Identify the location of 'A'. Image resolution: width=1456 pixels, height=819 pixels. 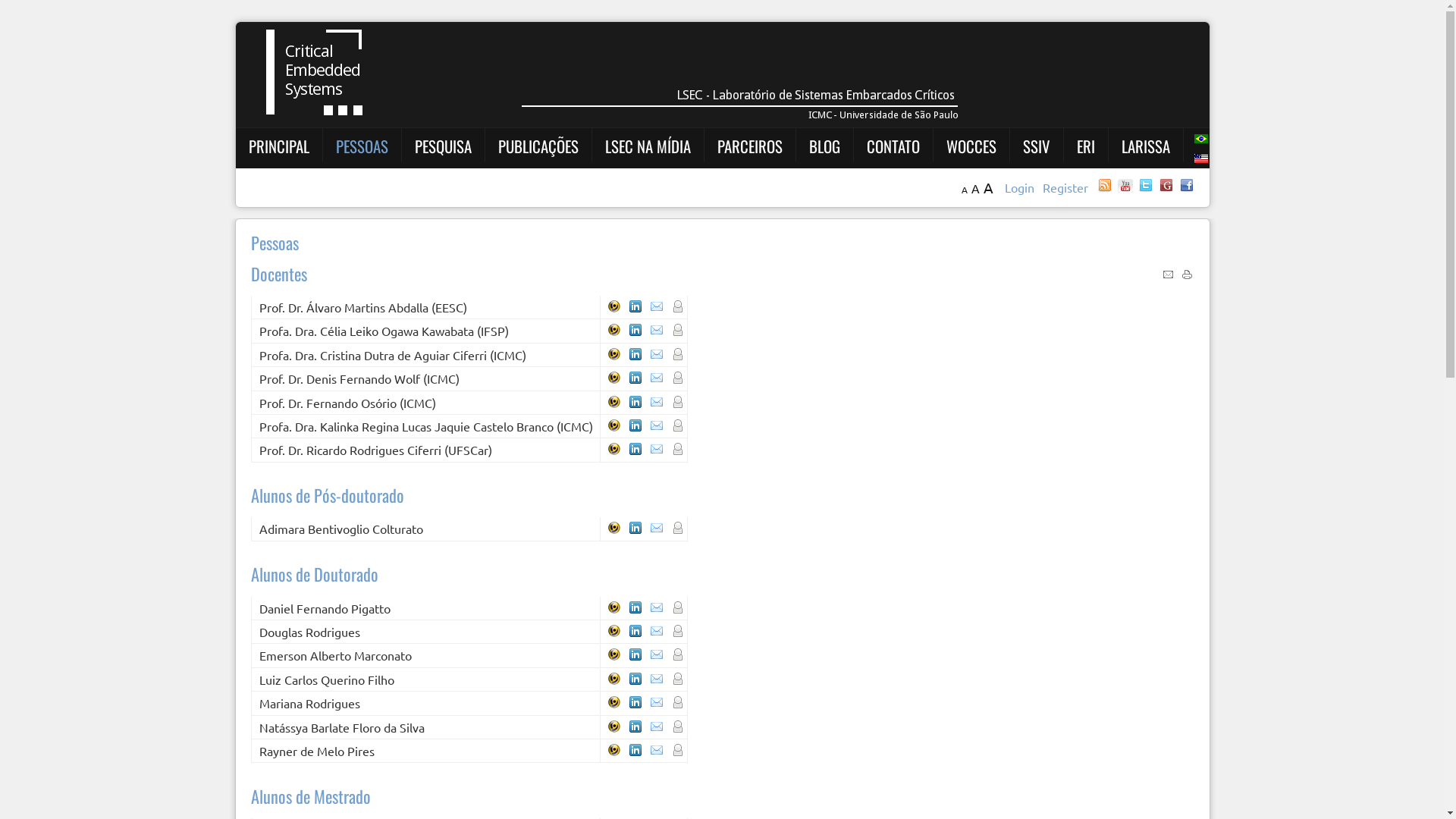
(964, 189).